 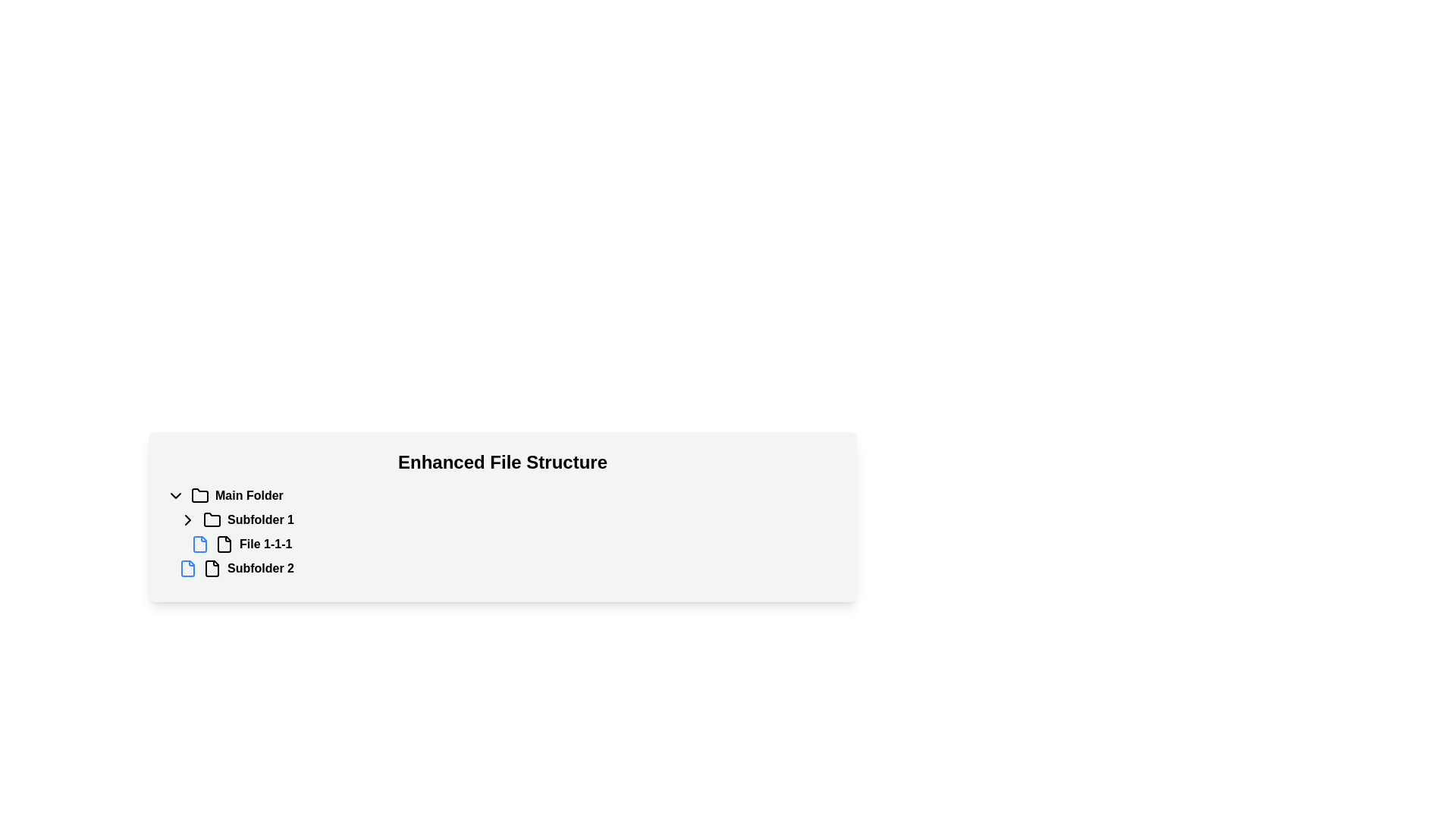 I want to click on the 'Subfolder 1' icon, which visually represents the subfolder item in the hierarchical folder structure, located in the center-right region of the interface, so click(x=211, y=519).